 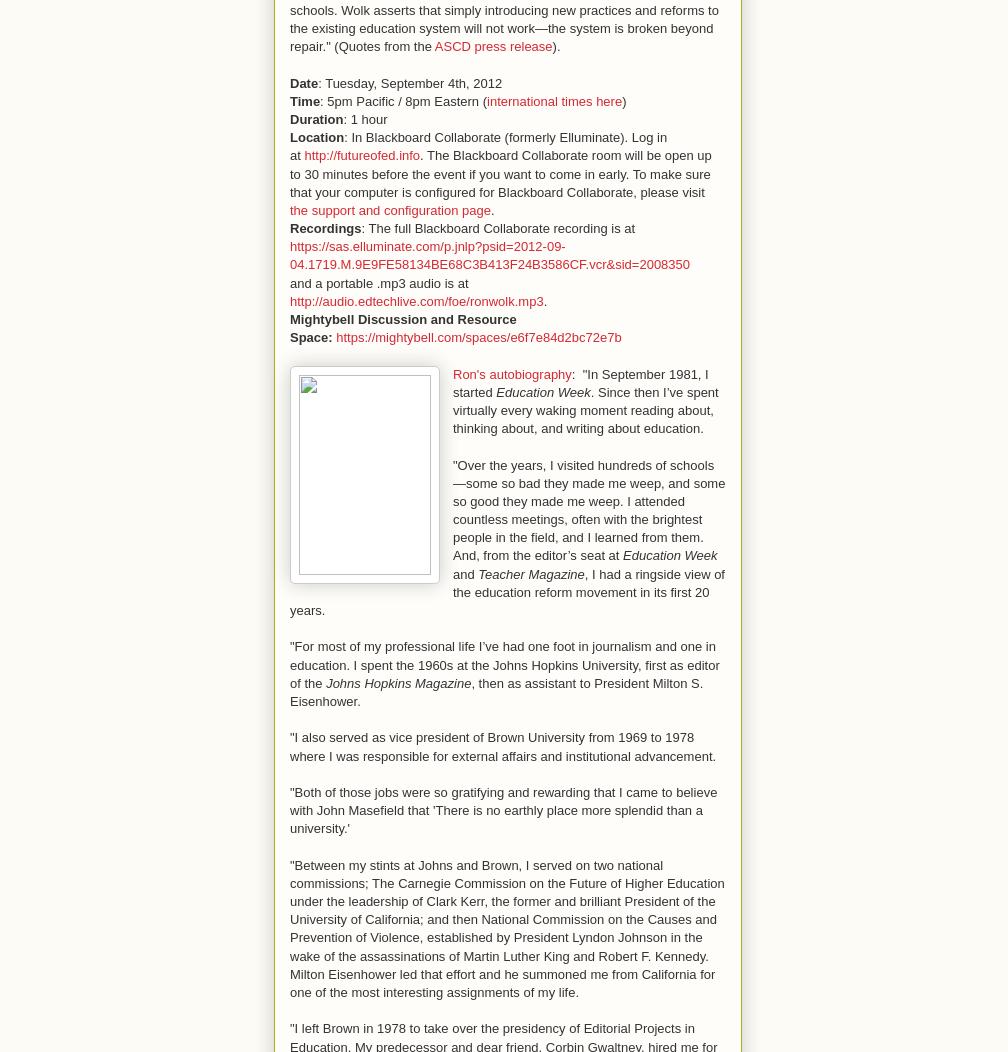 I want to click on 'Recordings', so click(x=325, y=227).